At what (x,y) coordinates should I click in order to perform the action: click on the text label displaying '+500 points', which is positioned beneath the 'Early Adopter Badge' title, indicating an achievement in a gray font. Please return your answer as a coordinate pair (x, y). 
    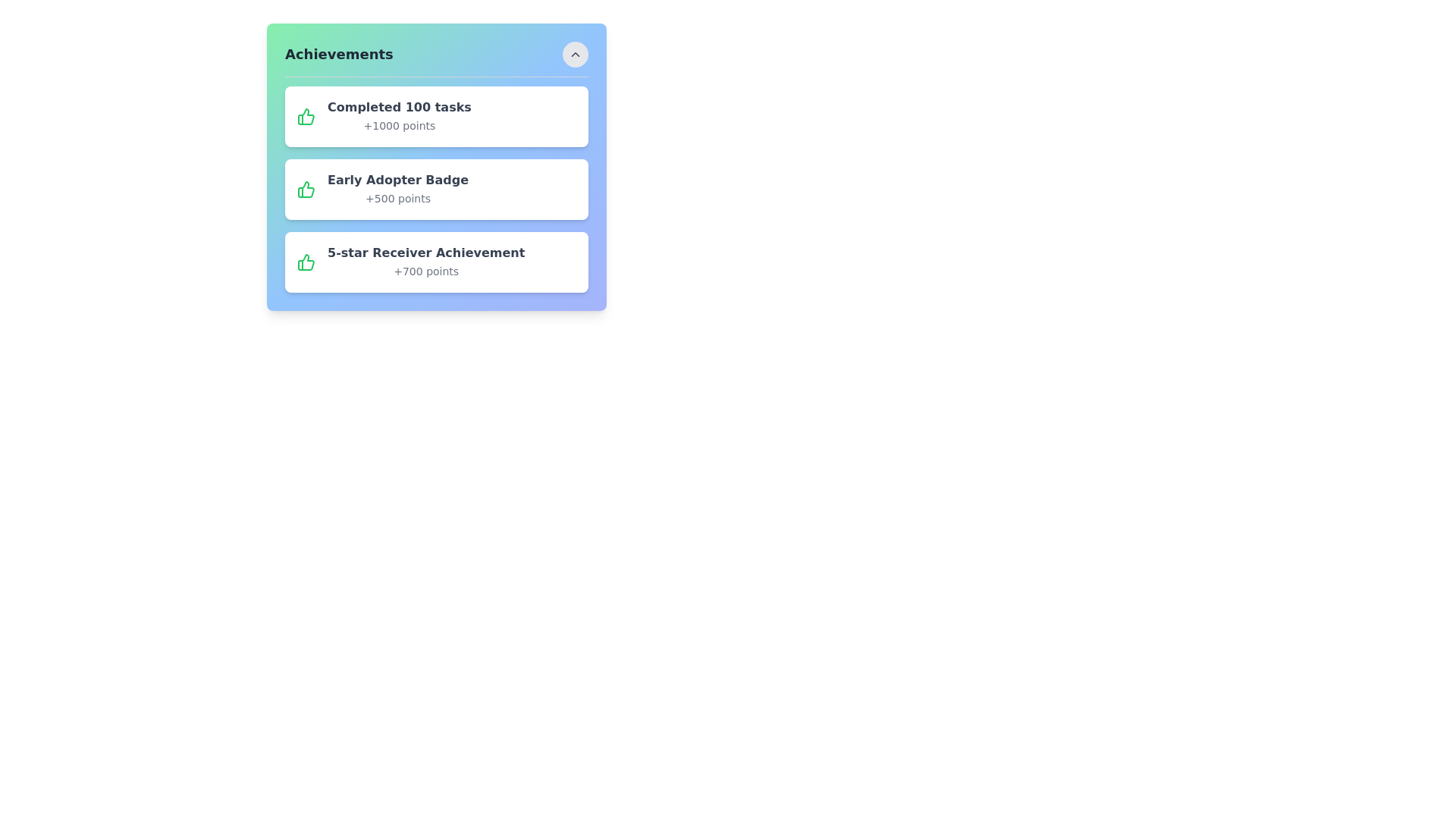
    Looking at the image, I should click on (398, 198).